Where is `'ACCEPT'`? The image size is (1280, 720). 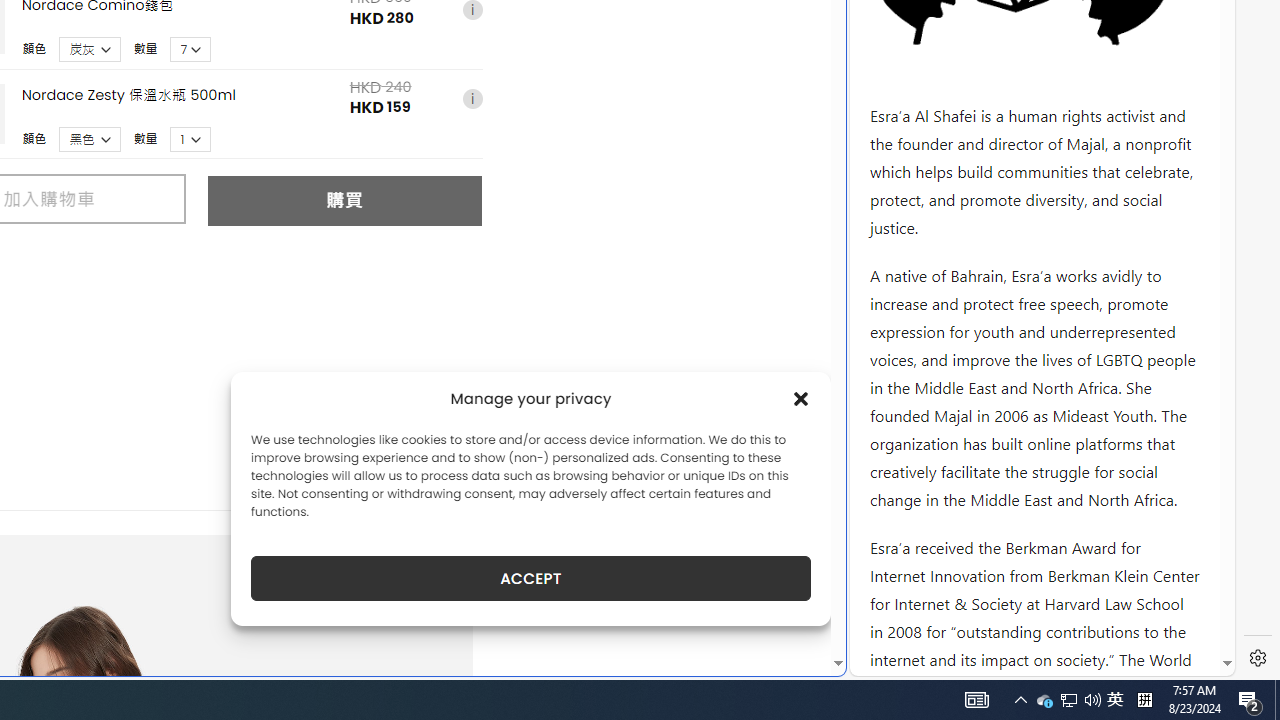
'ACCEPT' is located at coordinates (531, 578).